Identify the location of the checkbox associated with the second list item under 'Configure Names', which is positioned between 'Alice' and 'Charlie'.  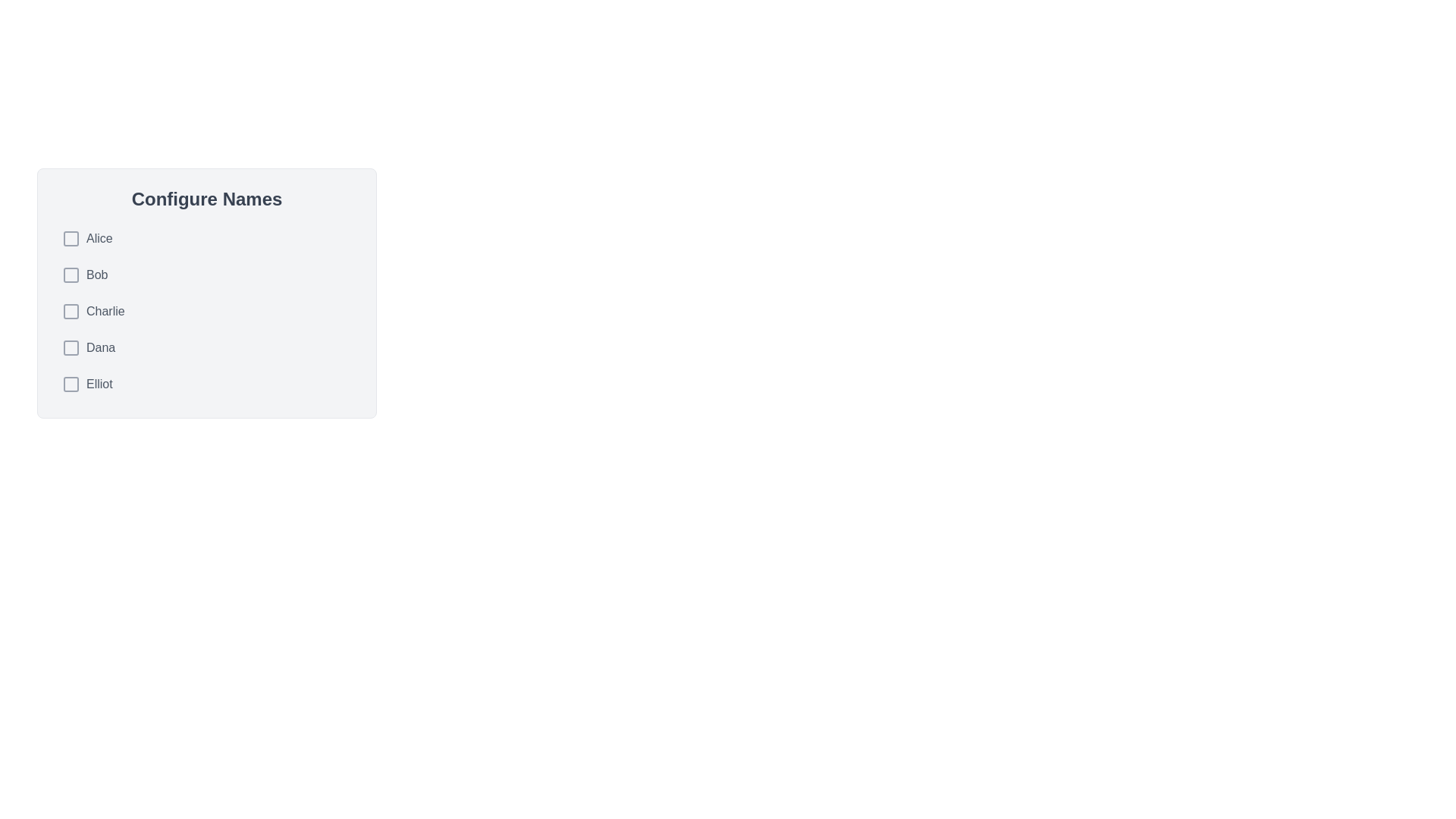
(206, 275).